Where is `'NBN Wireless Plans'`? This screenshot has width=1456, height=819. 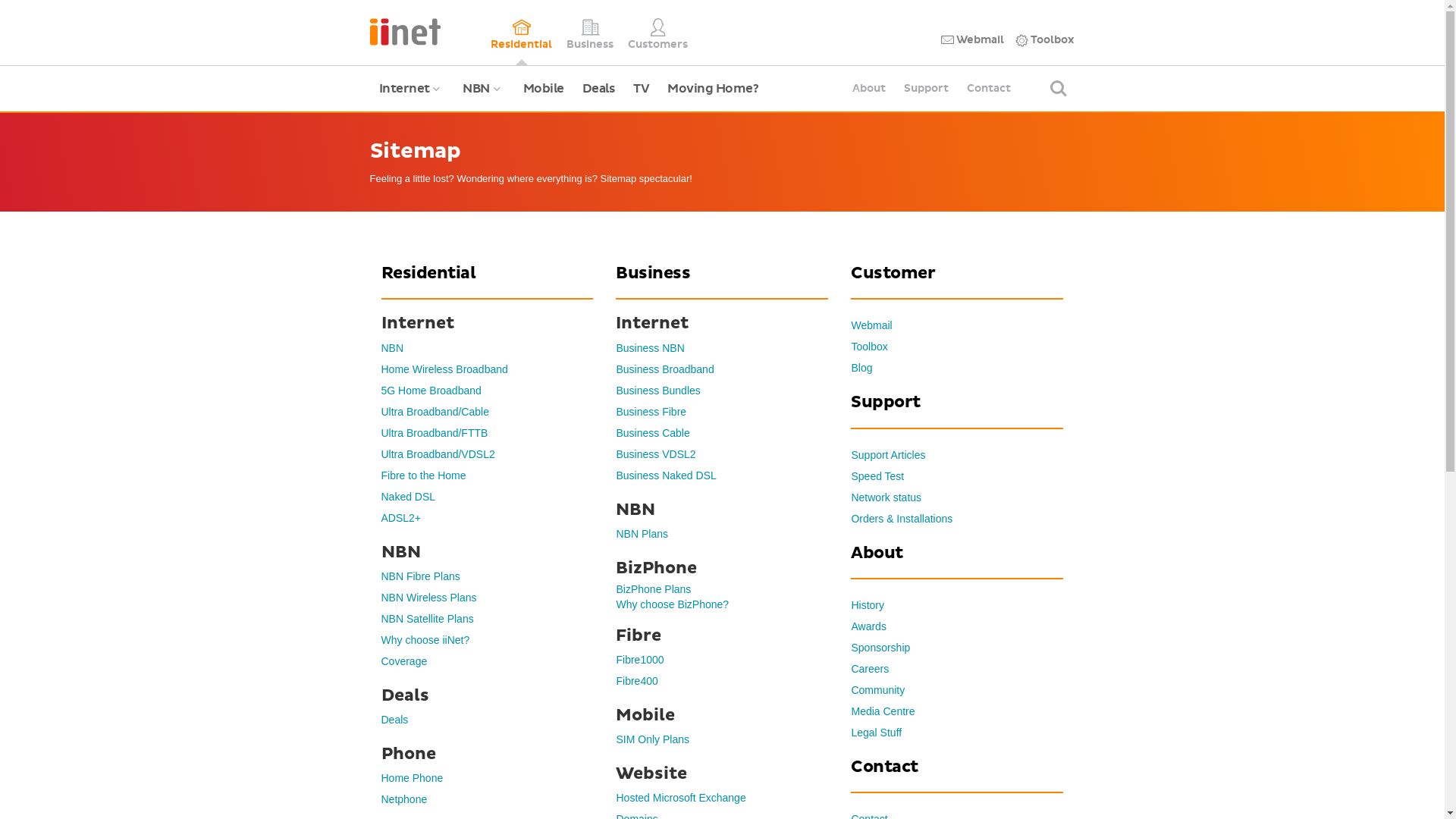 'NBN Wireless Plans' is located at coordinates (428, 596).